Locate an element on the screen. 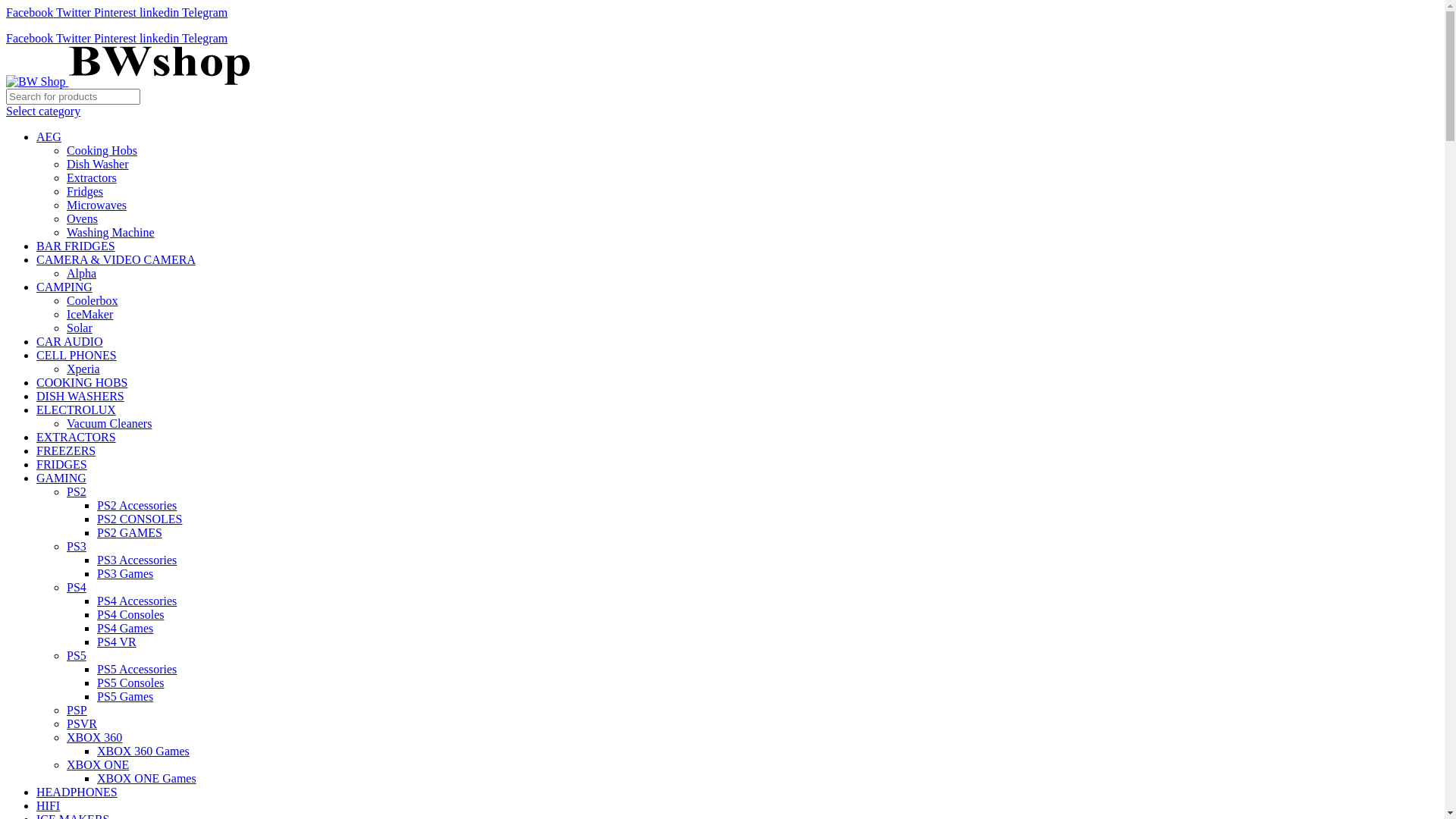 This screenshot has height=819, width=1456. 'EXTRACTORS' is located at coordinates (75, 437).